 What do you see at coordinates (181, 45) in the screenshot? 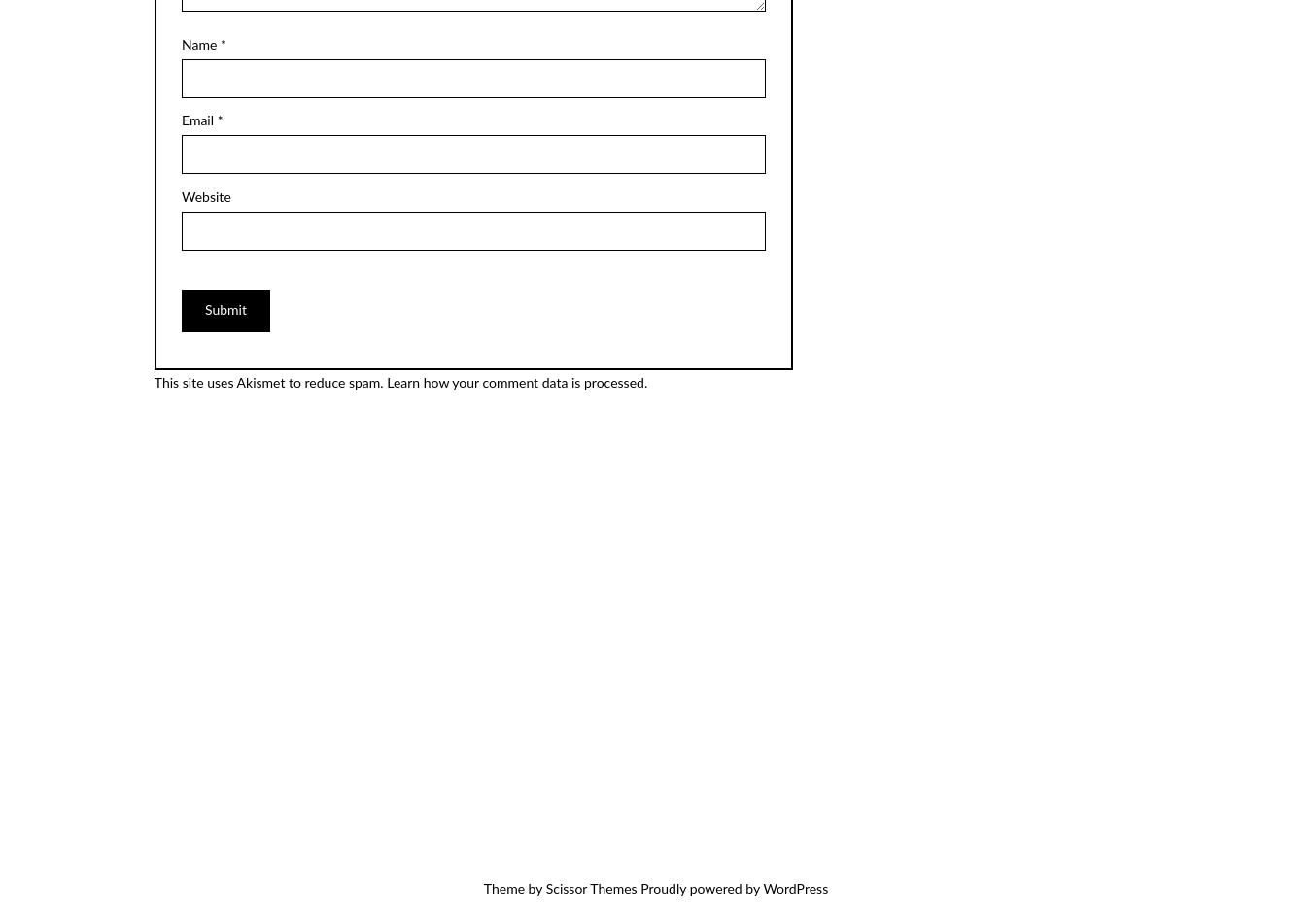
I see `'Name'` at bounding box center [181, 45].